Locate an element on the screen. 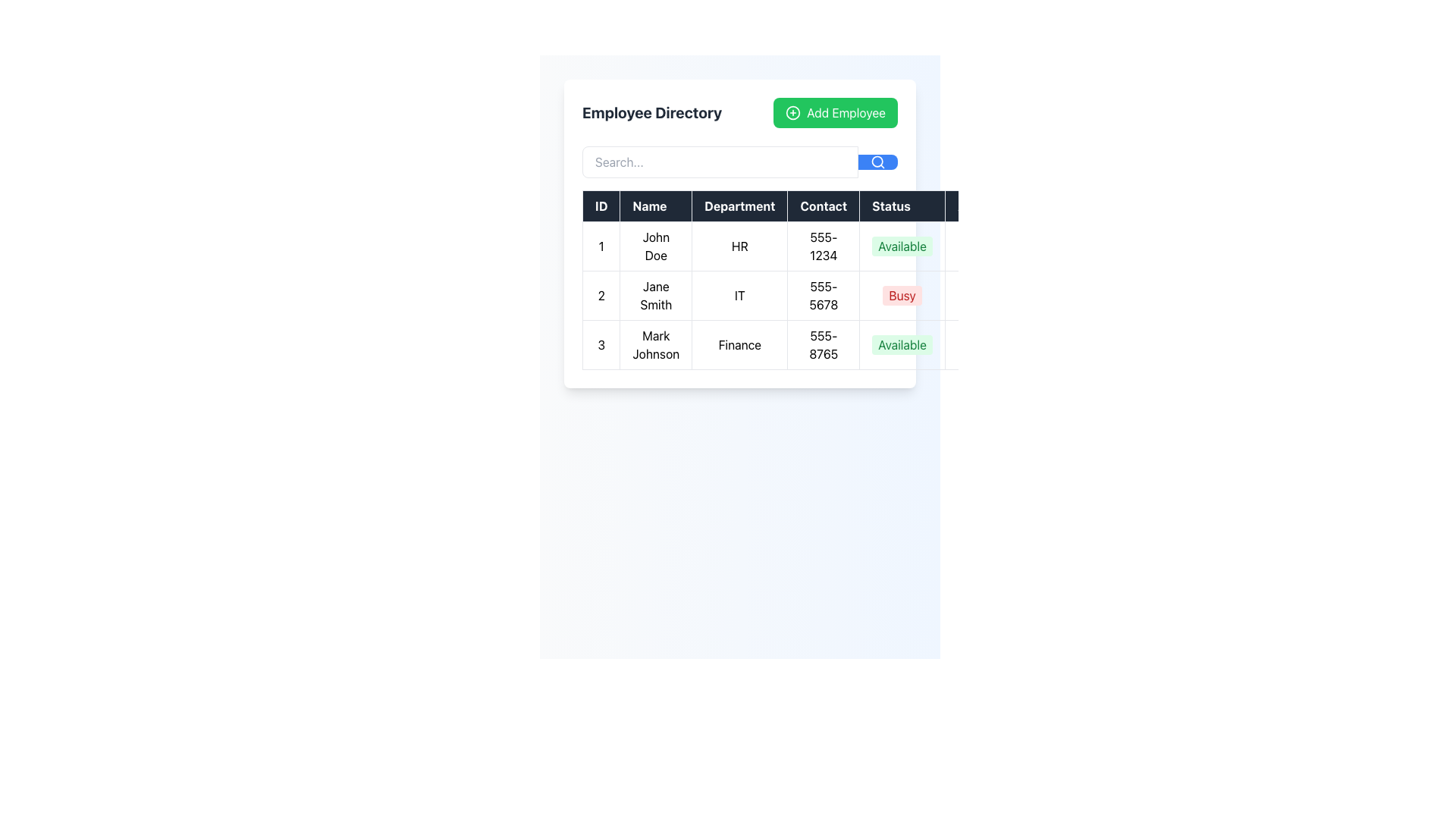 This screenshot has width=1456, height=819. the decorative circle SVG component that indicates the search field, located in the header area near the search input field is located at coordinates (877, 162).